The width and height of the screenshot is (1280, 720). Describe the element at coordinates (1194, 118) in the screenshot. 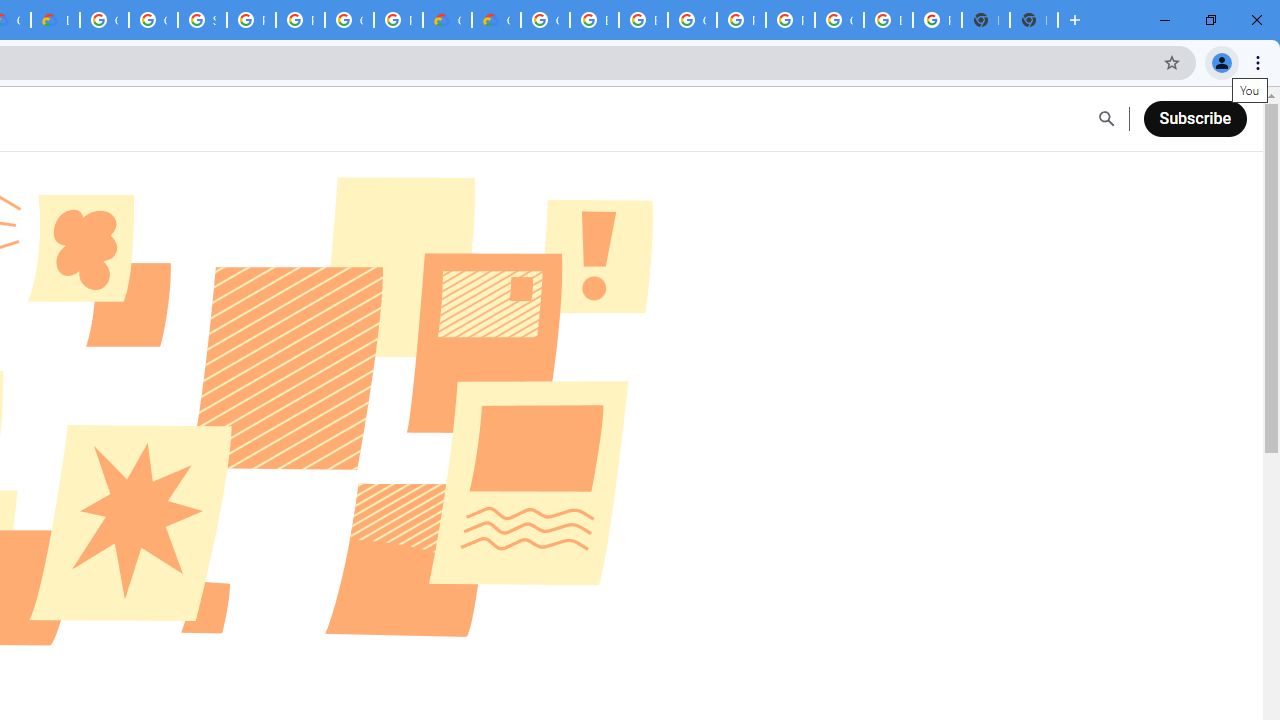

I see `'Subscribe'` at that location.